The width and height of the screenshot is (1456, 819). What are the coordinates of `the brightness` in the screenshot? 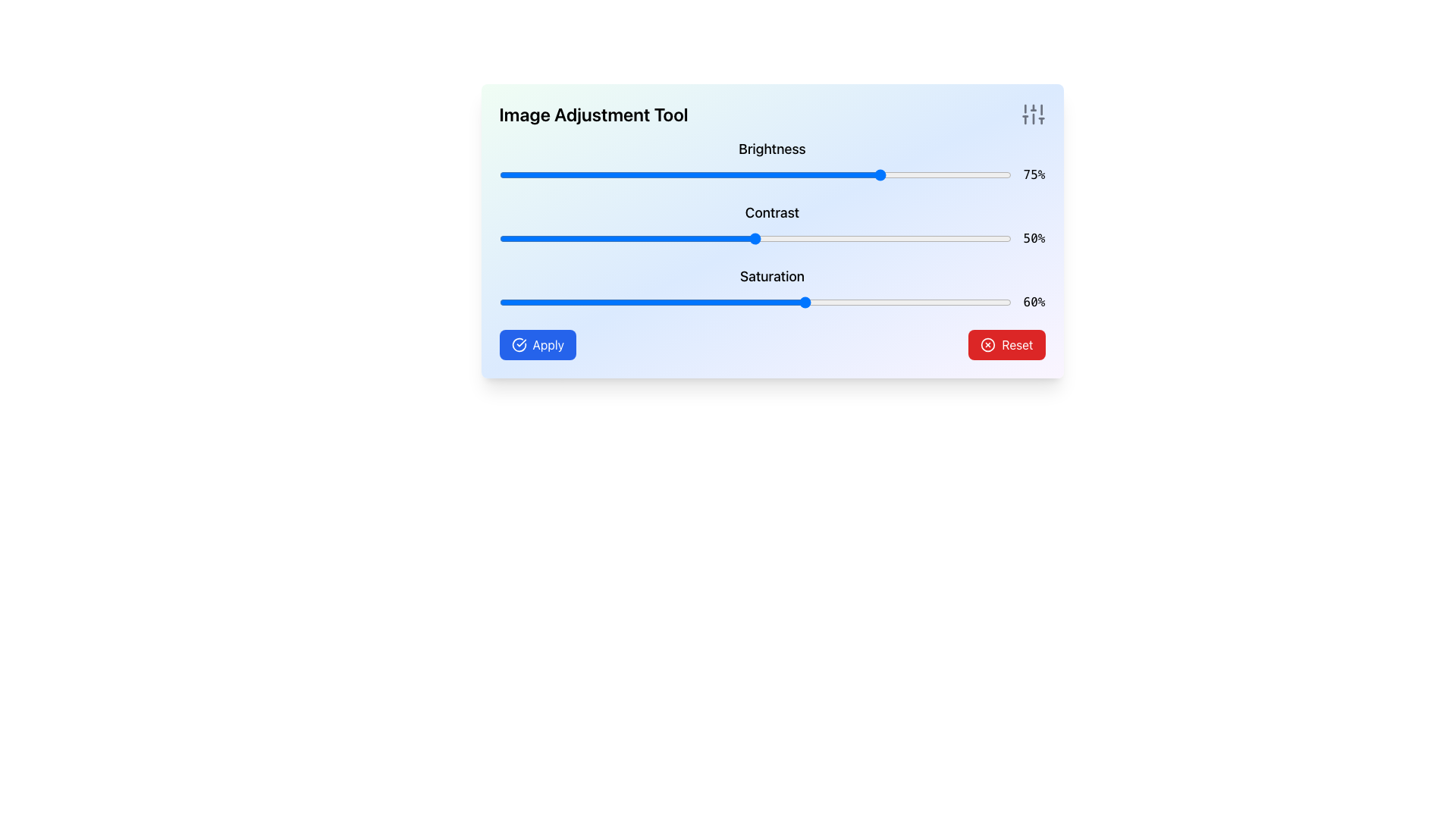 It's located at (770, 174).